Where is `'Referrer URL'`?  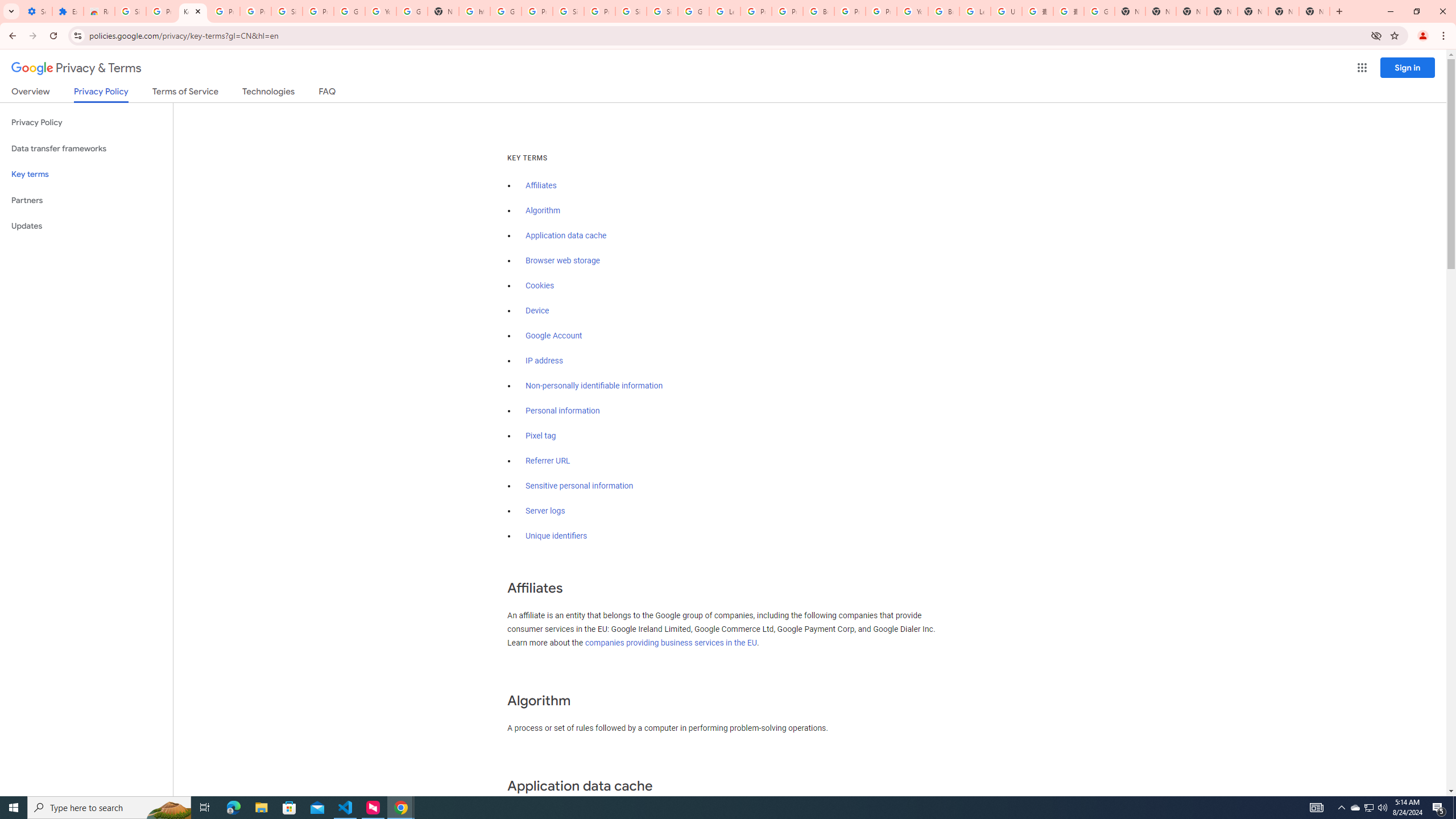 'Referrer URL' is located at coordinates (547, 460).